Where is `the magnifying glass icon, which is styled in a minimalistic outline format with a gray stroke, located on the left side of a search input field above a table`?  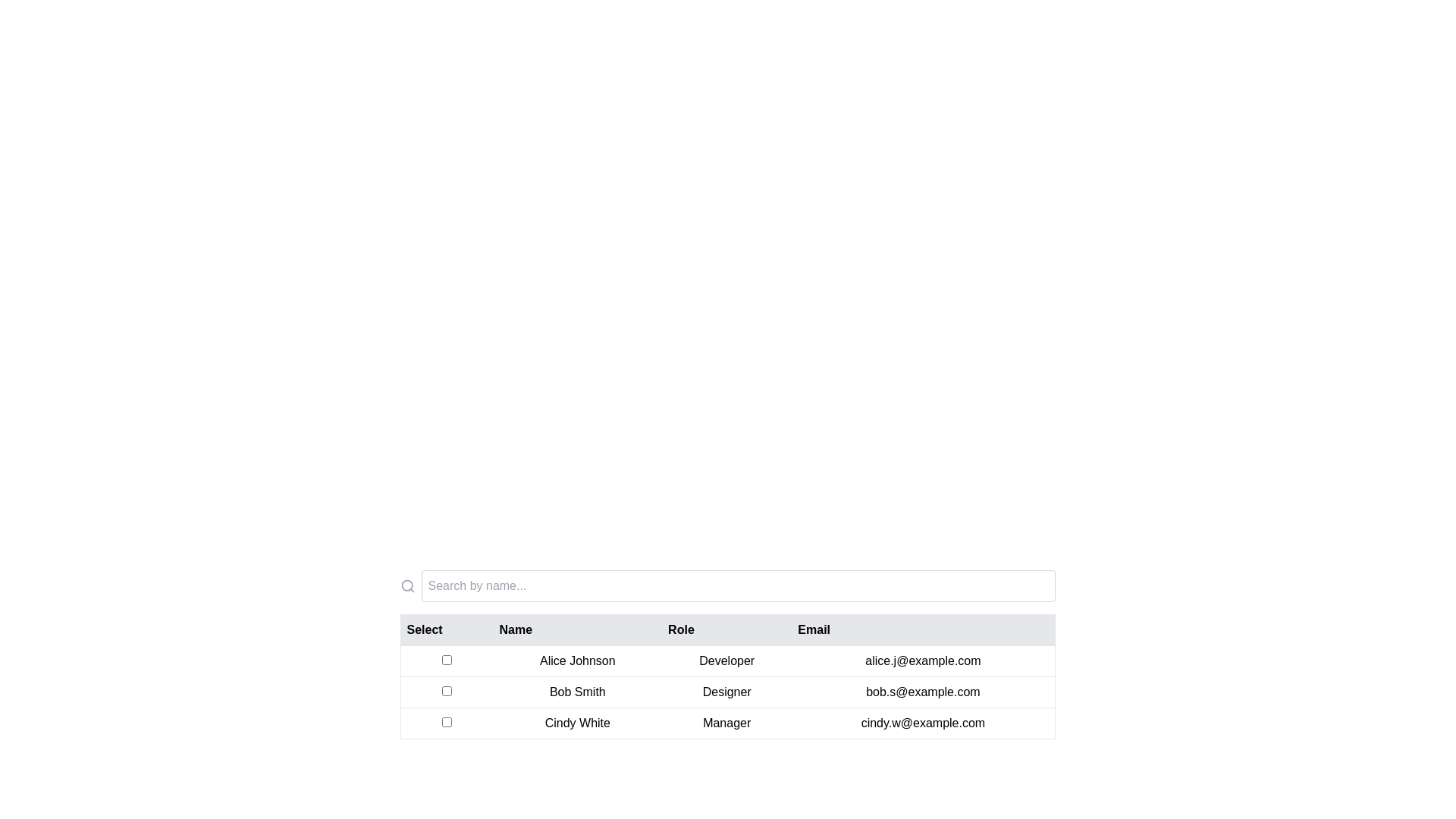
the magnifying glass icon, which is styled in a minimalistic outline format with a gray stroke, located on the left side of a search input field above a table is located at coordinates (407, 585).